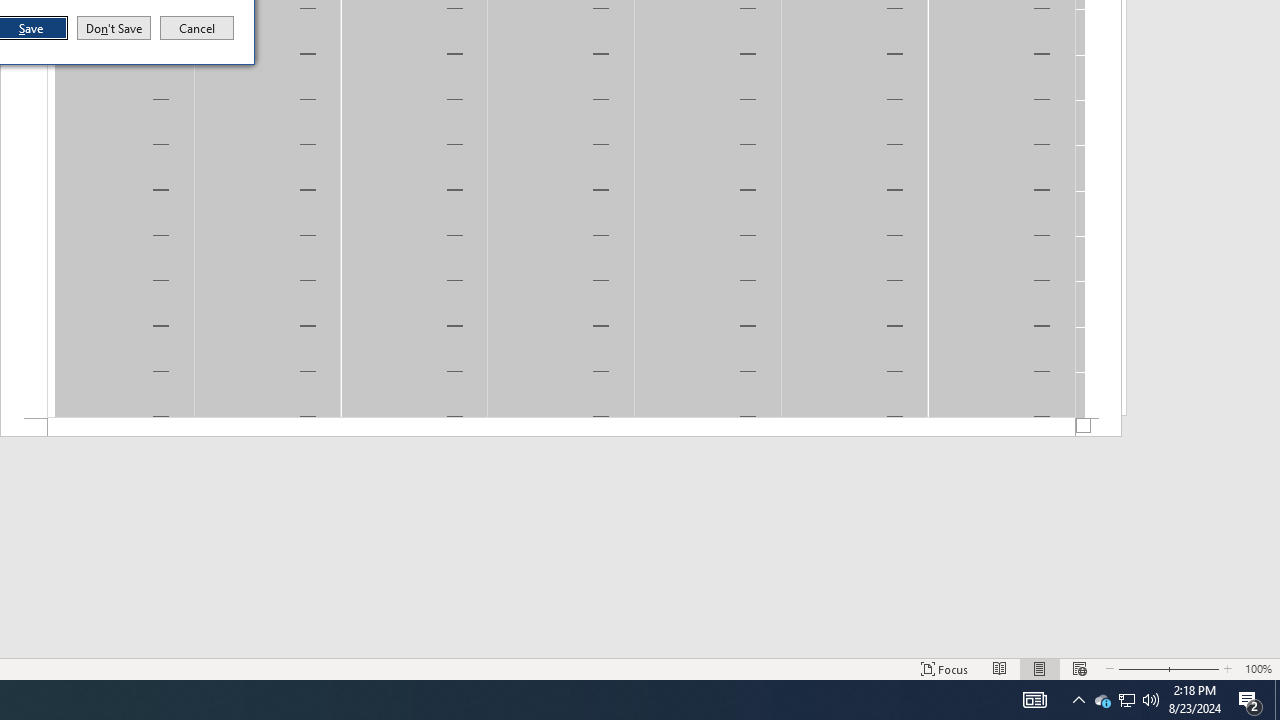 The height and width of the screenshot is (720, 1280). Describe the element at coordinates (1276, 698) in the screenshot. I see `'Show desktop'` at that location.